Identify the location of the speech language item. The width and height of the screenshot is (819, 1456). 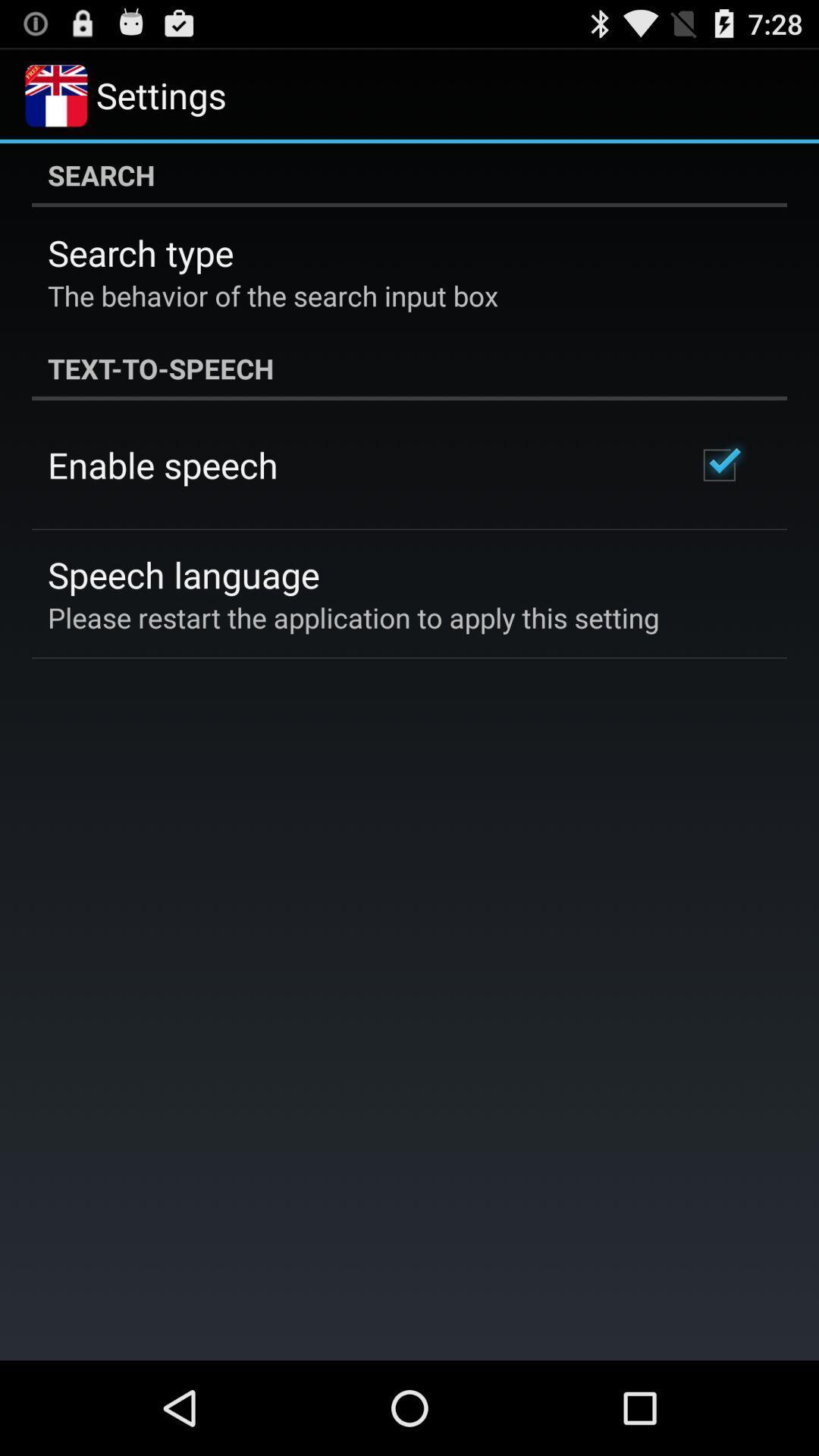
(183, 573).